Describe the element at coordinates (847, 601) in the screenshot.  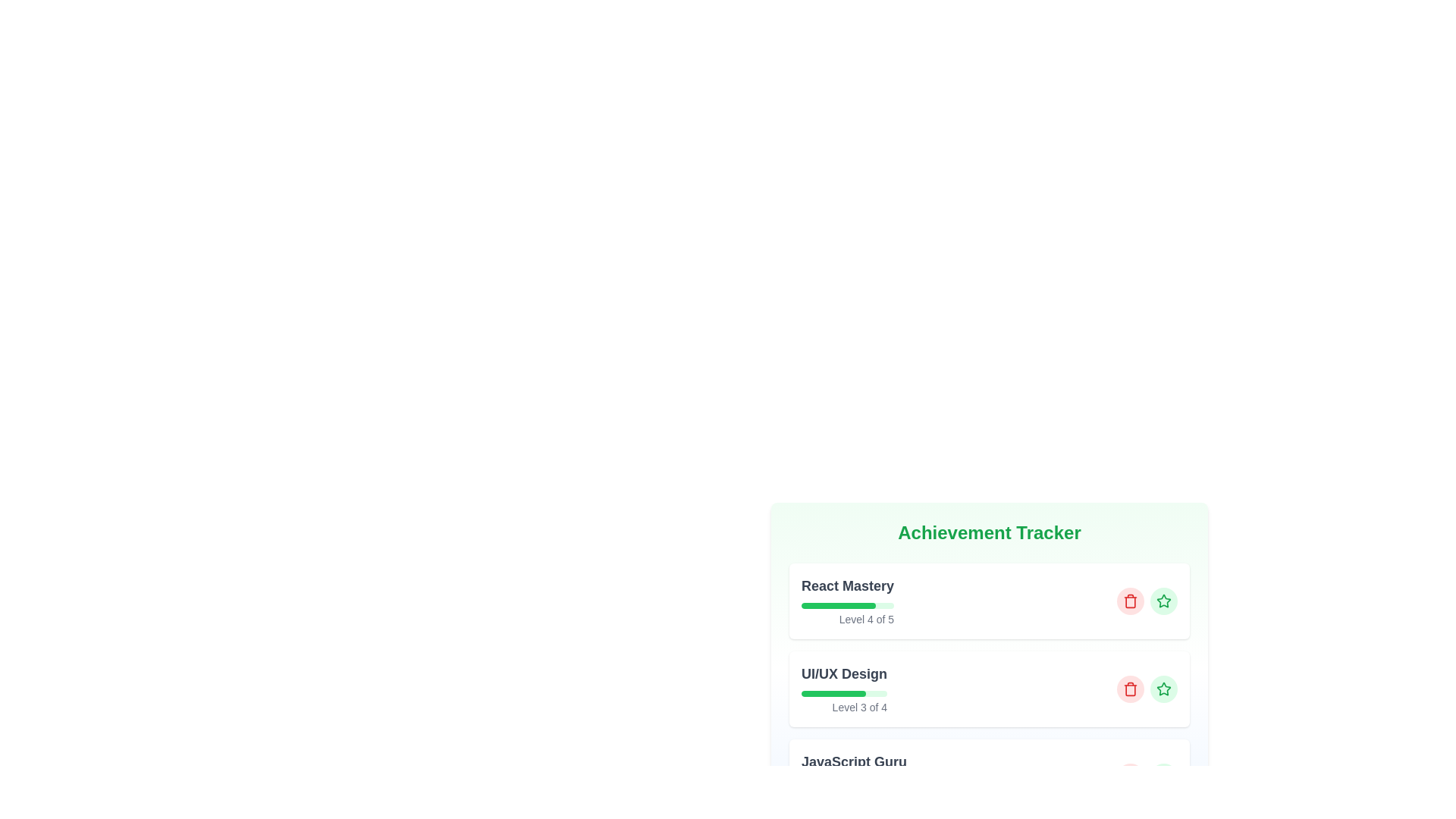
I see `the 'React Mastery' progress bar with text, which displays a green filled portion and the text 'Level 4 of 5' underneath, located in the first card under 'Achievement Tracker'` at that location.